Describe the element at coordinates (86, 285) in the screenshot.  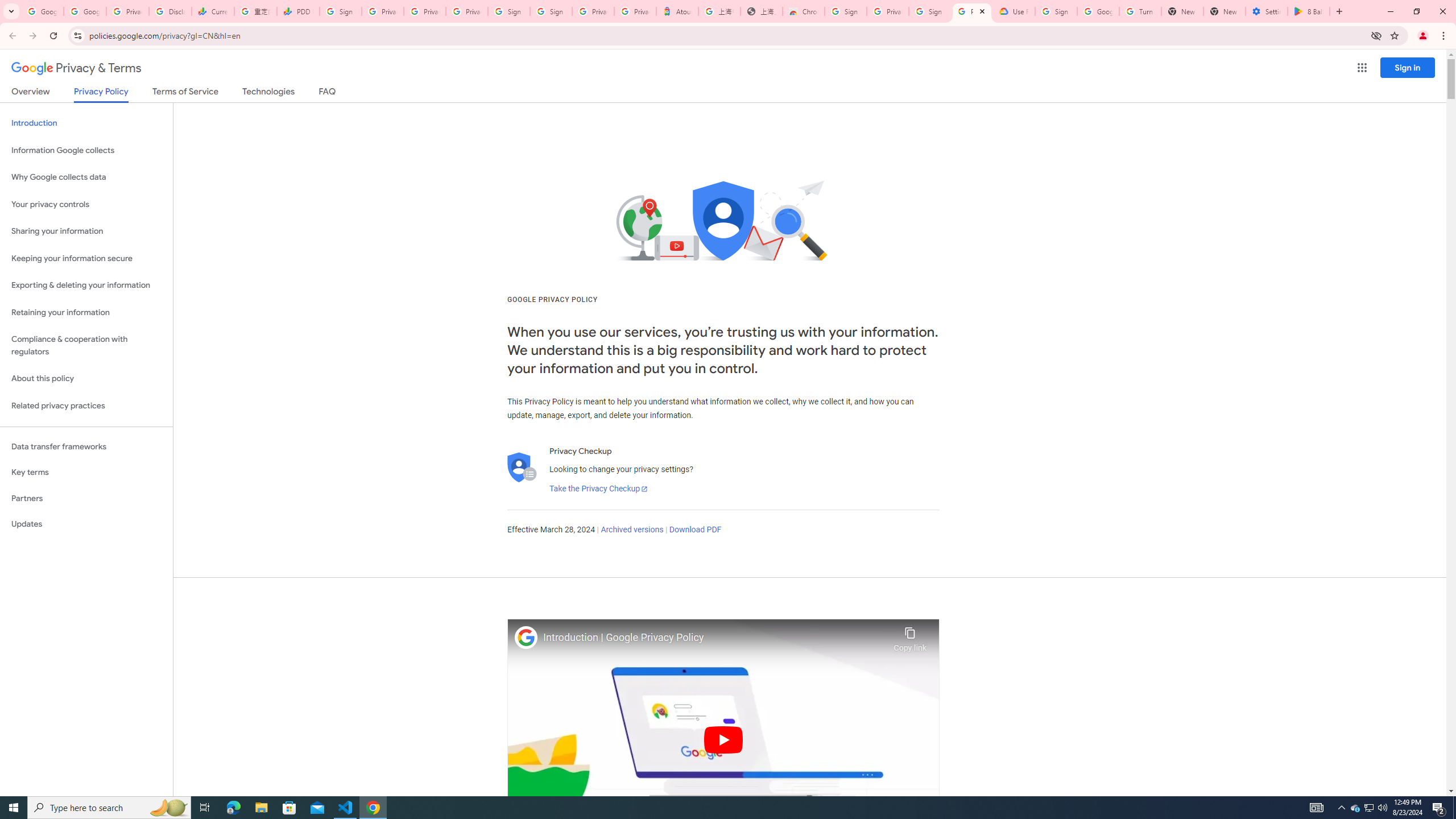
I see `'Exporting & deleting your information'` at that location.